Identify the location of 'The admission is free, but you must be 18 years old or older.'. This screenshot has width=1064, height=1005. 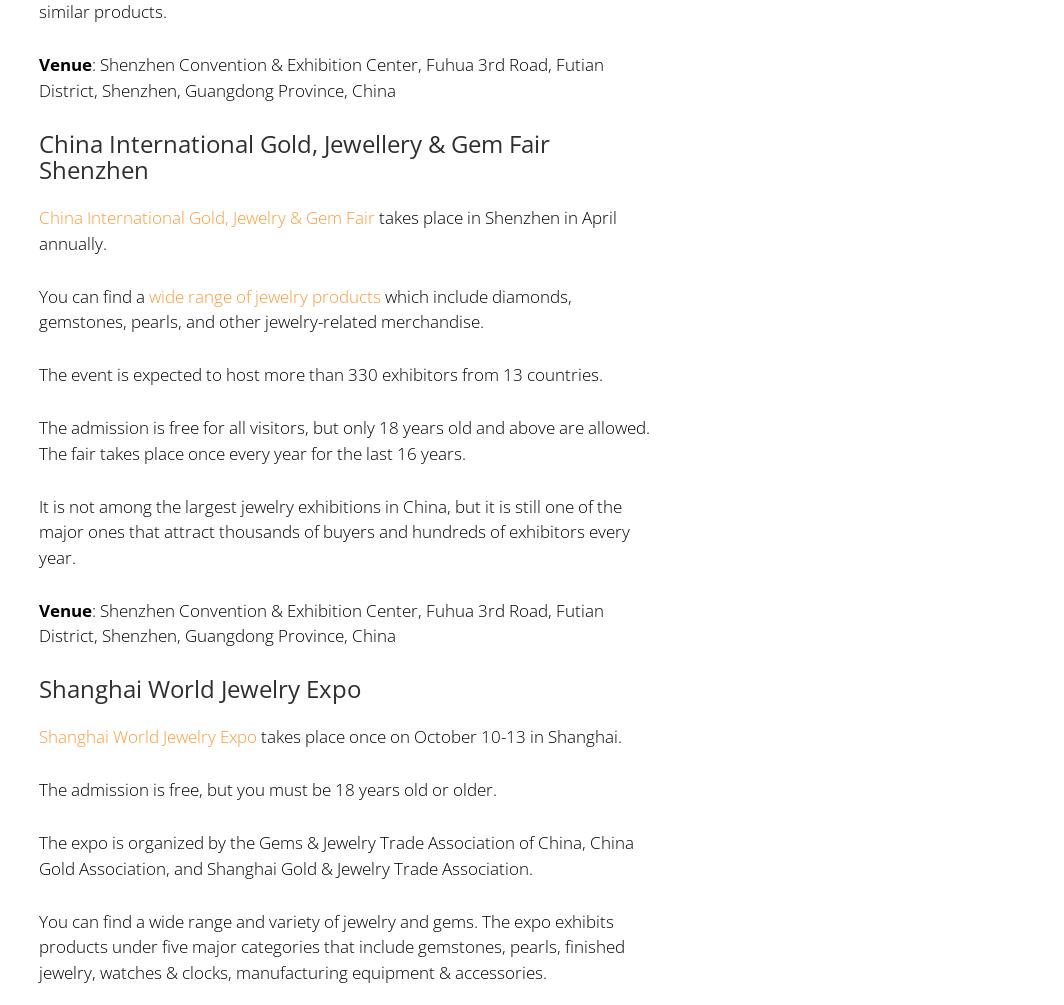
(266, 789).